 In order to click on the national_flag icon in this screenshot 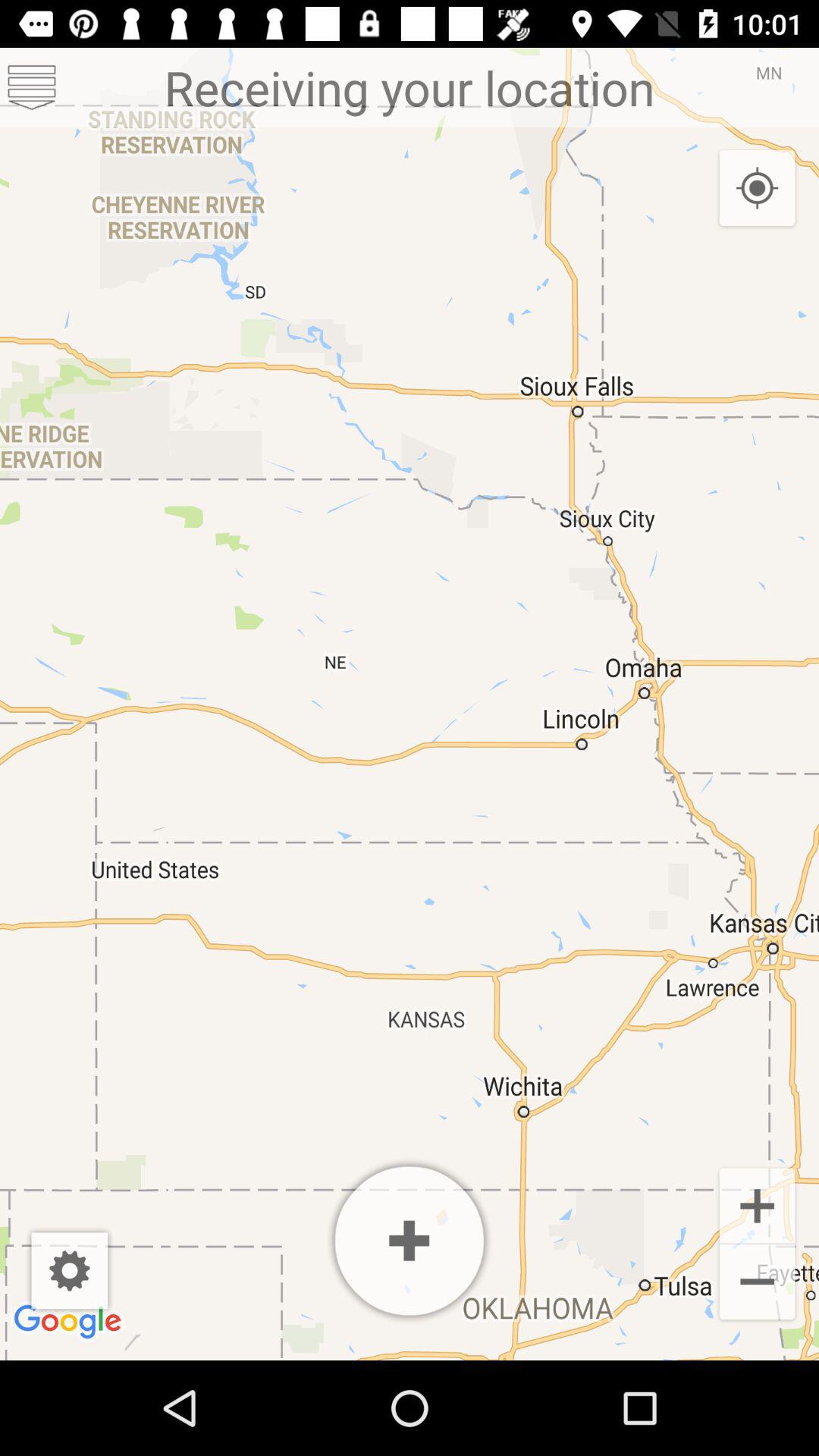, I will do `click(32, 86)`.